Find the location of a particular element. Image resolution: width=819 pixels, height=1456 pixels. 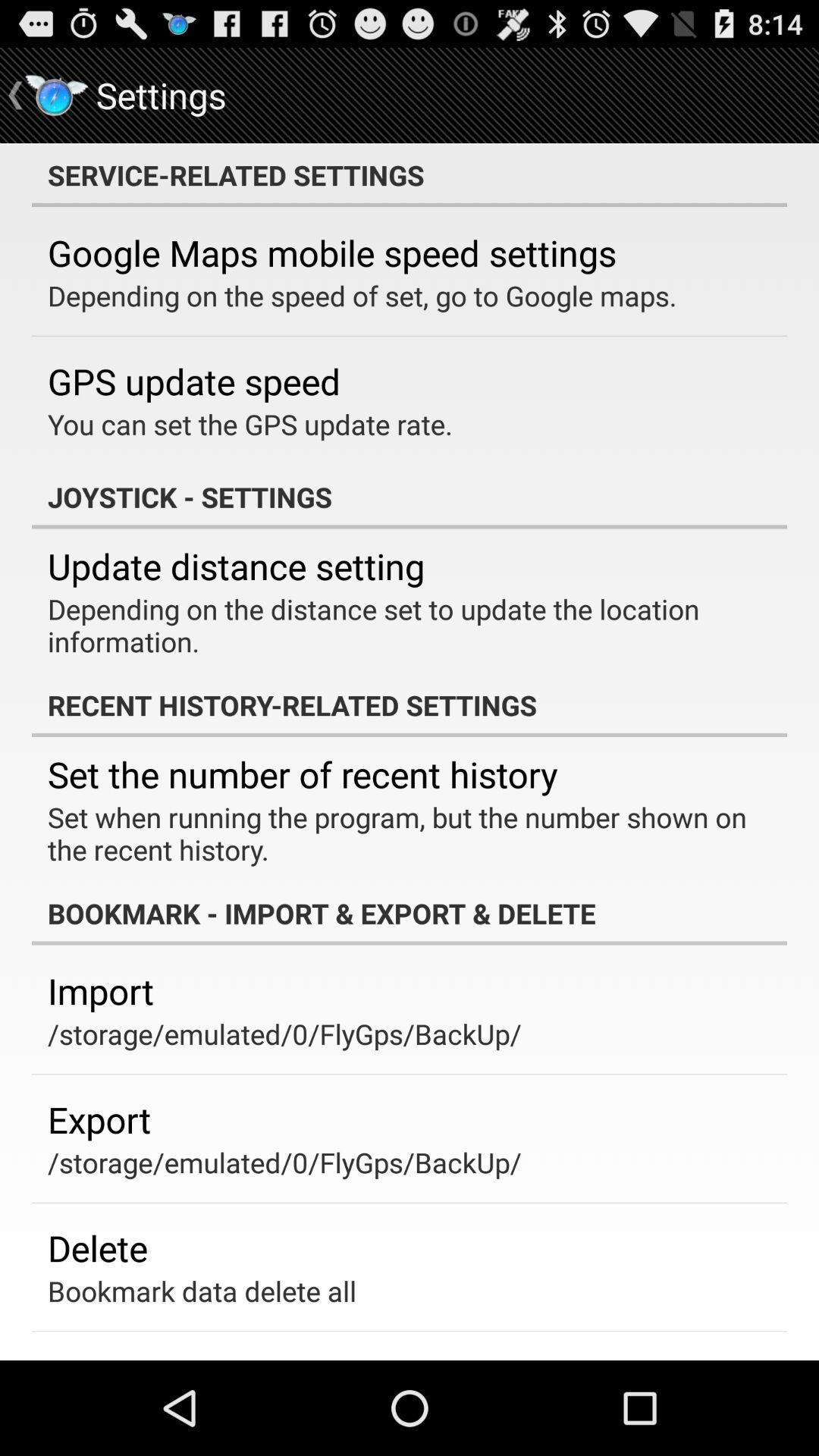

the item below set the number is located at coordinates (398, 833).